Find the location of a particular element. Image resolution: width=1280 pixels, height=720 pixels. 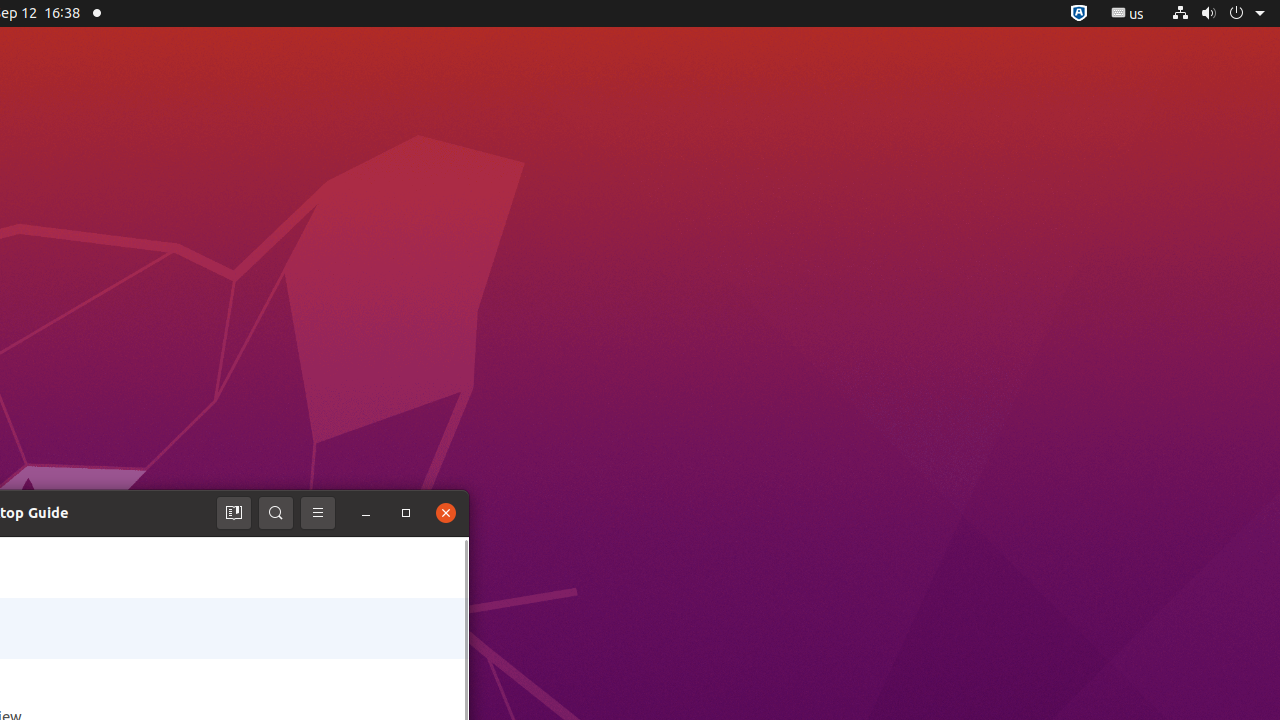

'Minimize' is located at coordinates (365, 512).